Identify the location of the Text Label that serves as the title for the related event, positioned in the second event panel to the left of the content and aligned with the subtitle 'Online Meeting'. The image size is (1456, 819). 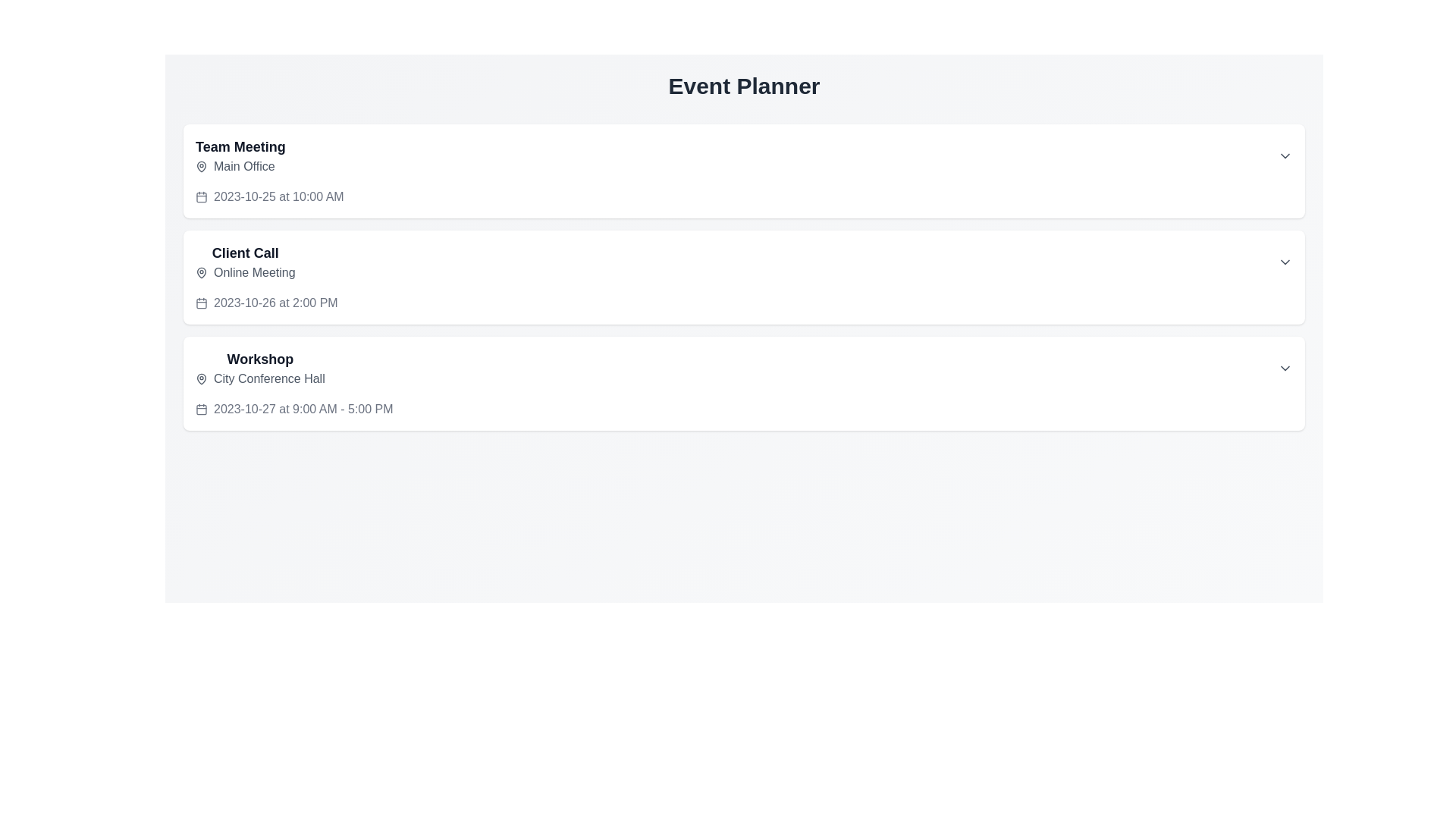
(245, 253).